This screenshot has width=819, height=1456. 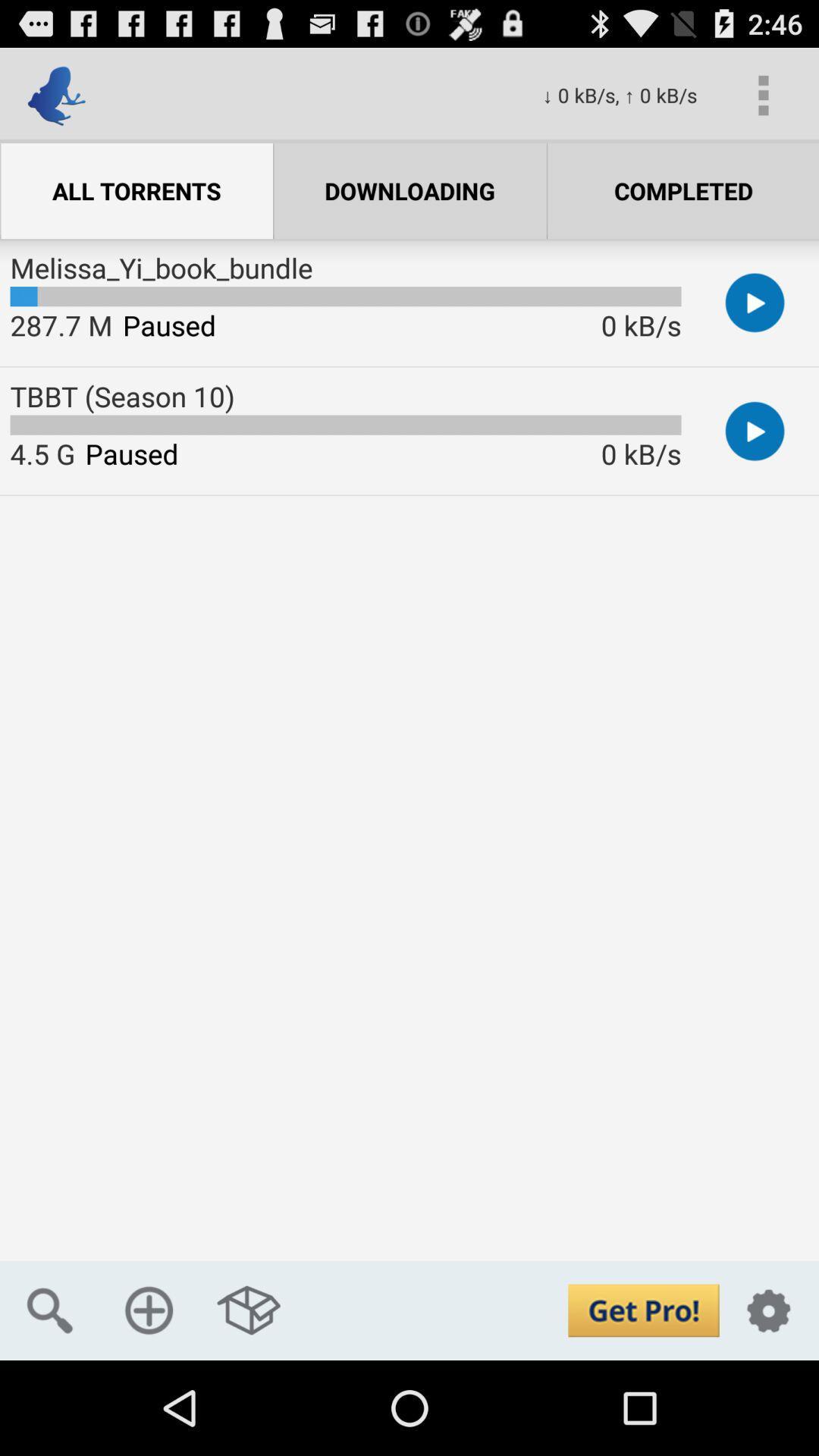 What do you see at coordinates (755, 430) in the screenshot?
I see `tbbt season 10` at bounding box center [755, 430].